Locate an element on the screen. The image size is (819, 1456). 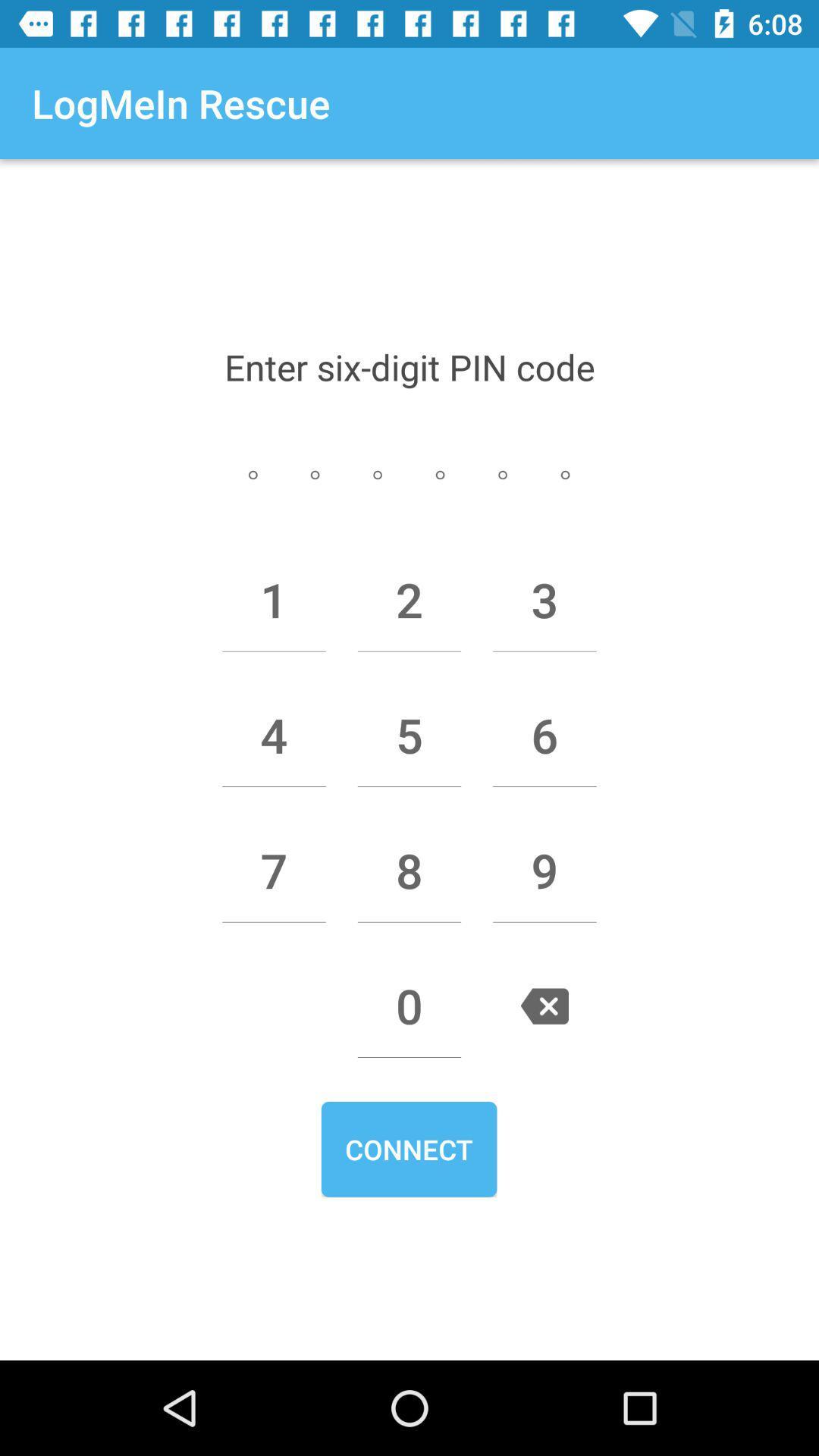
the item next to the 5 is located at coordinates (544, 735).